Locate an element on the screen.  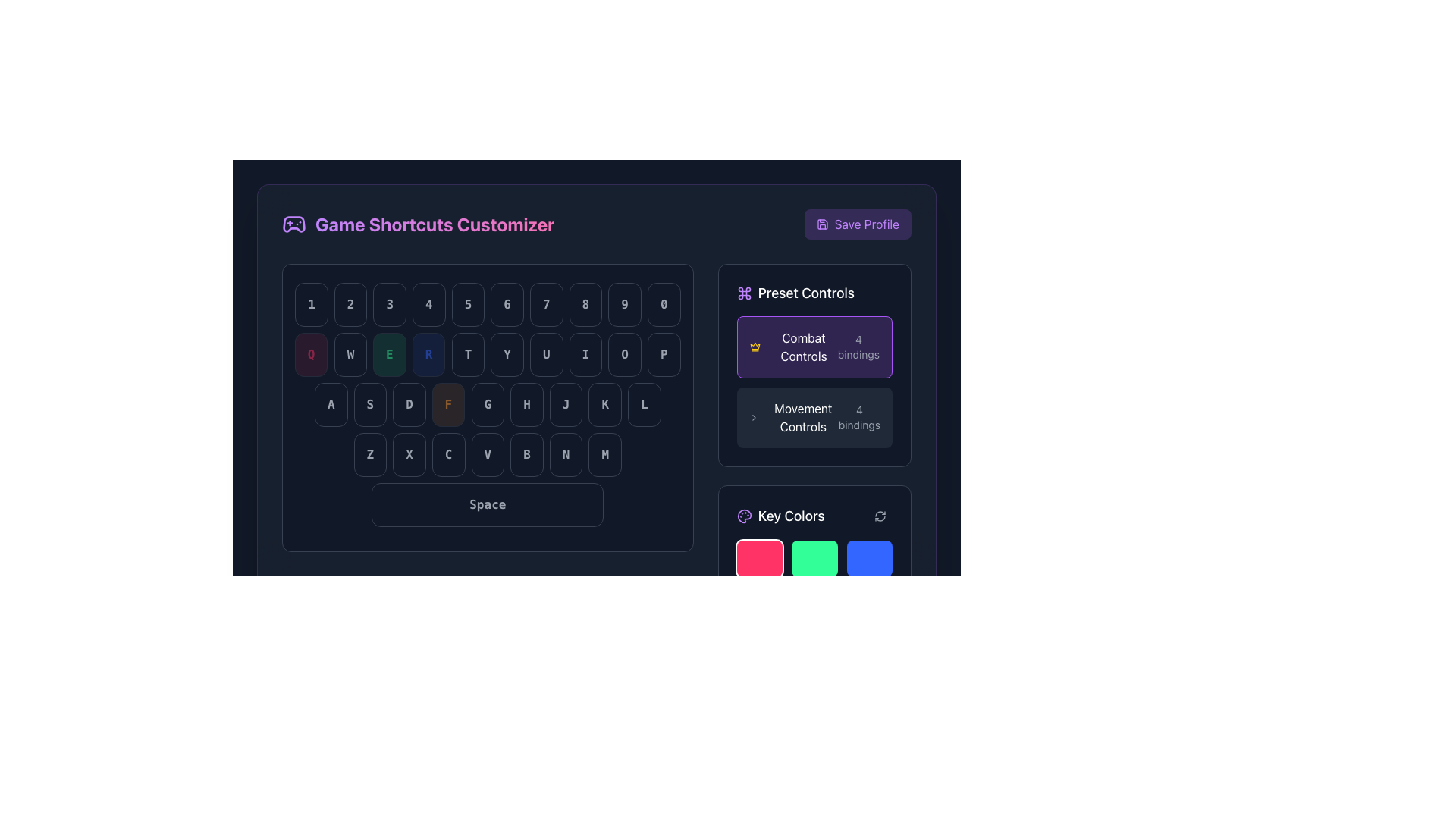
the Label/Header that identifies the section containing 'Combat Controls' and 'Movement Controls' is located at coordinates (814, 293).